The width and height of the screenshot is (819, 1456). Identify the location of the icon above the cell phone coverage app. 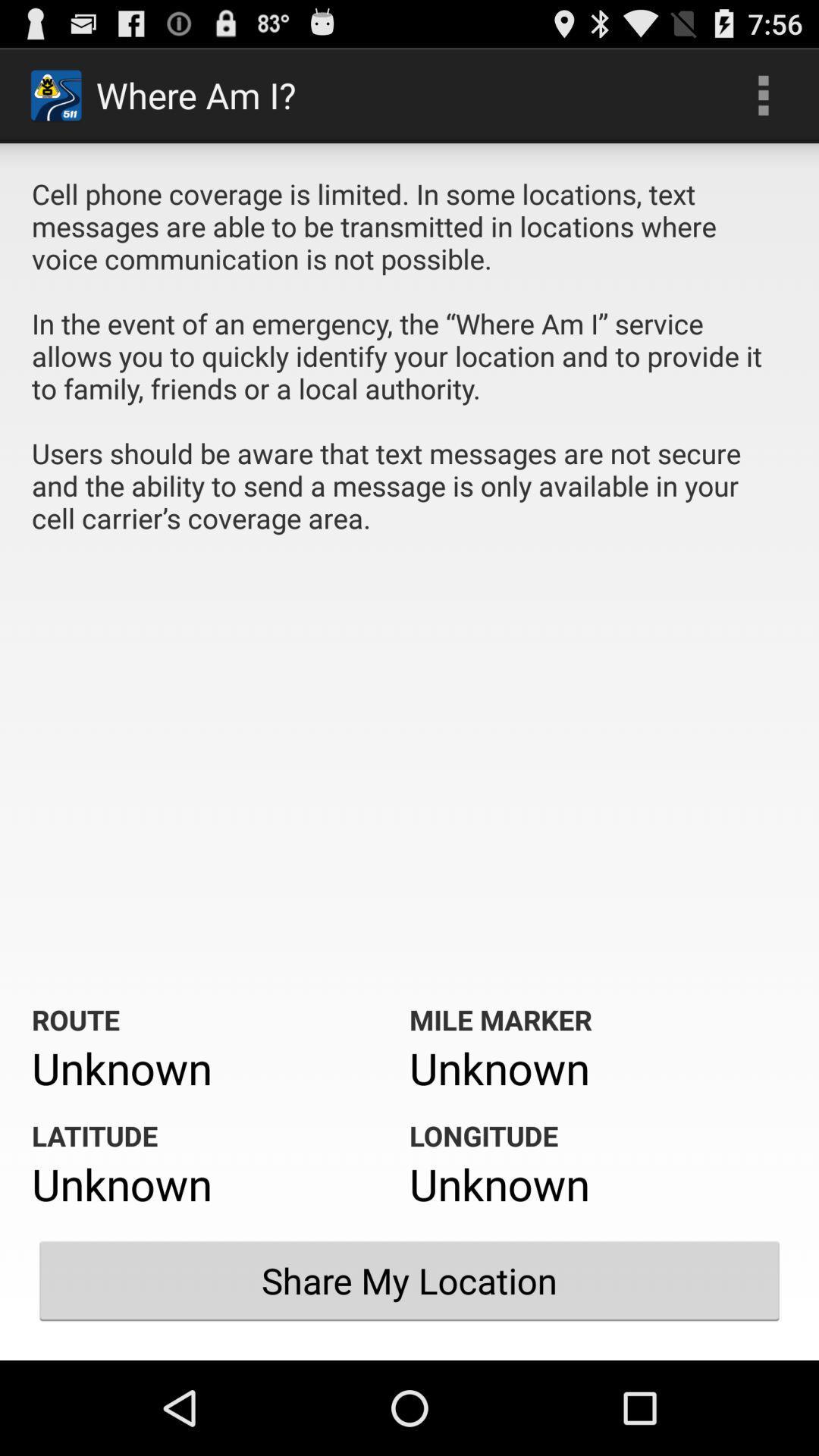
(763, 94).